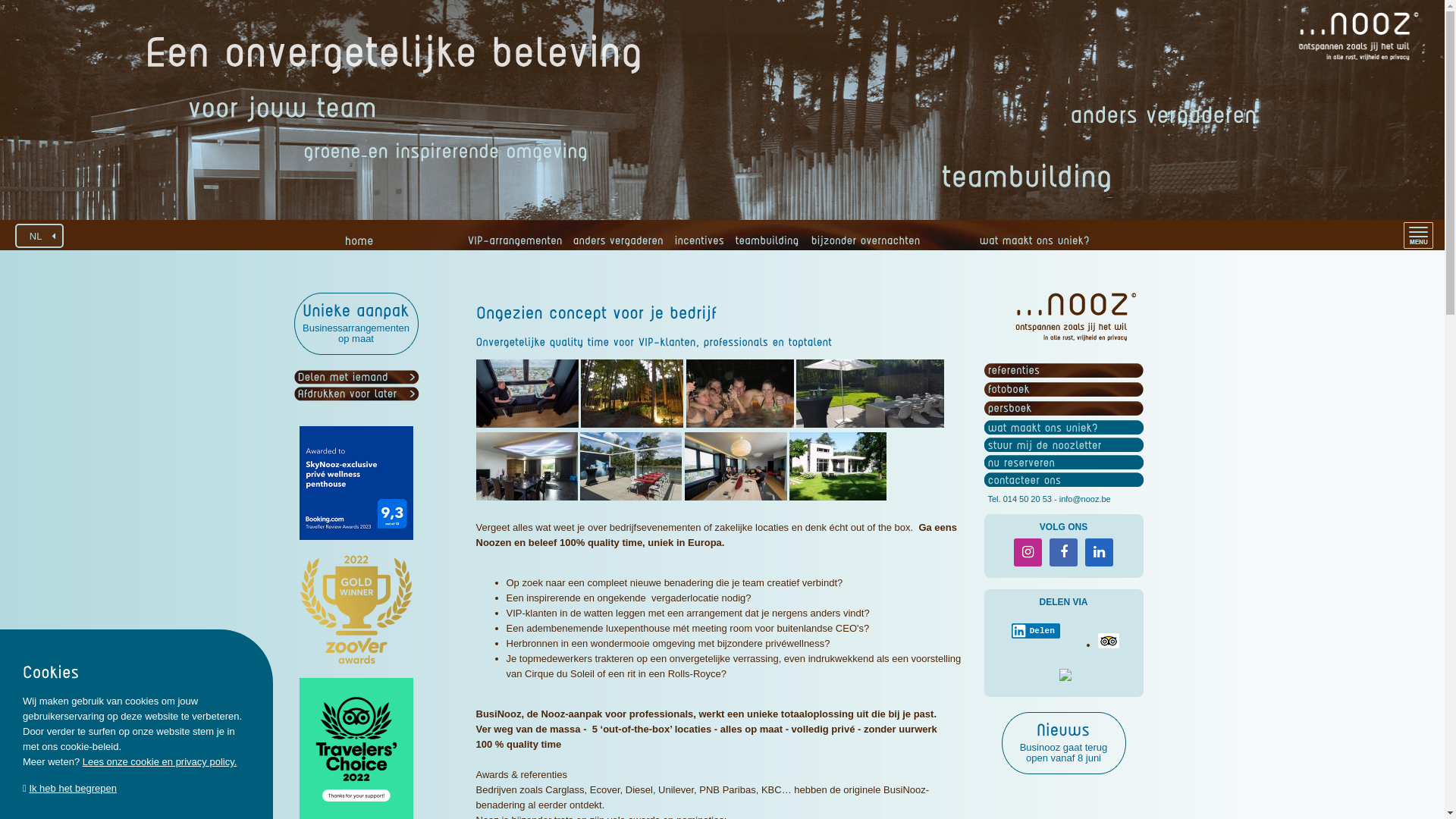 This screenshot has width=1456, height=819. I want to click on 'incentives', so click(697, 244).